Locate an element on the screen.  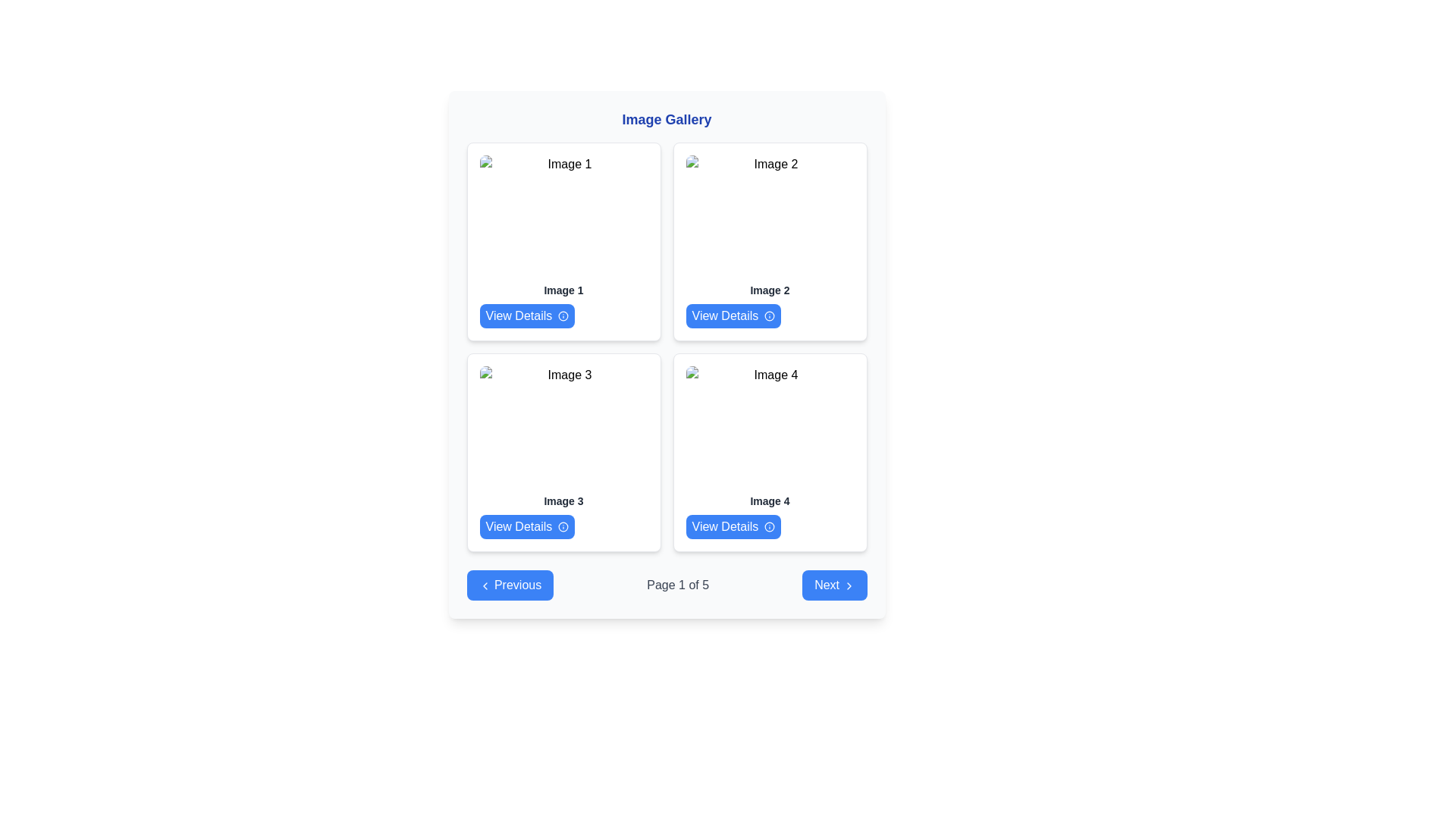
the static text label displaying 'Image 4' located in the fourth card of the grid layout, positioned above the 'View Details' button is located at coordinates (770, 500).